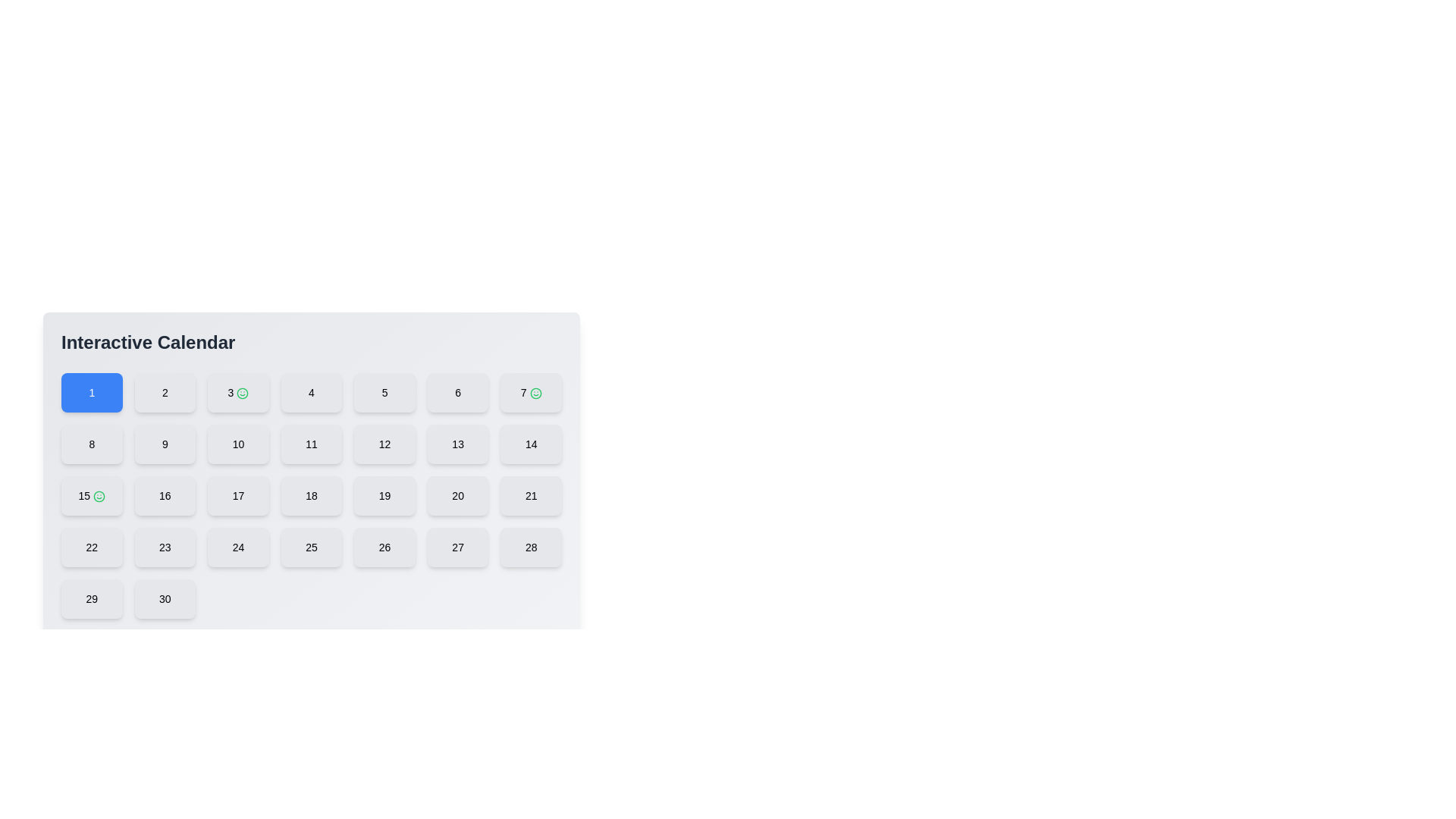  What do you see at coordinates (531, 496) in the screenshot?
I see `the button representing the 21st day in the interactive calendar` at bounding box center [531, 496].